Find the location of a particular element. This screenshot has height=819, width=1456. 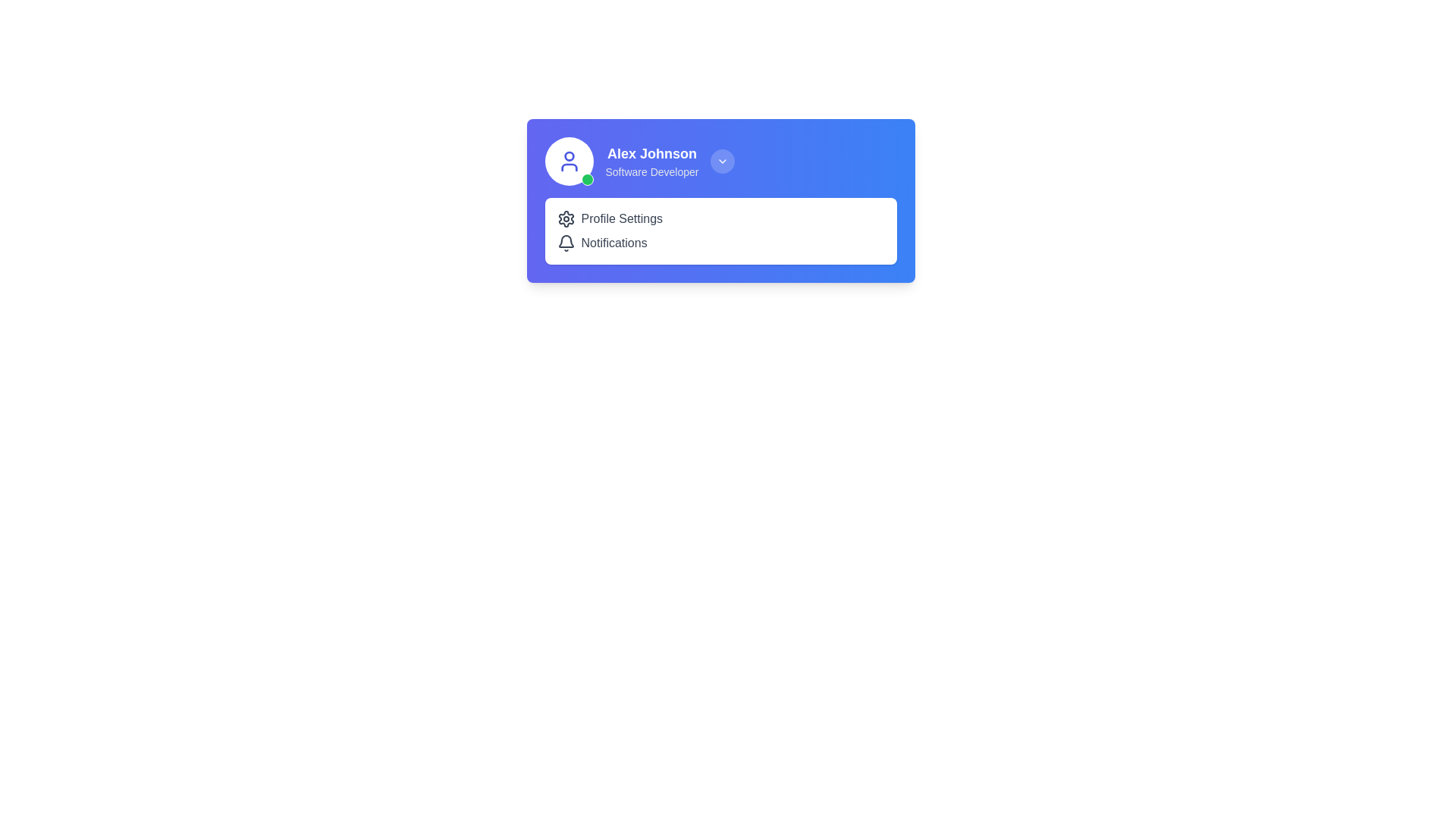

the text label displaying 'Software Developer', which is styled in a small gray font and positioned directly beneath the user name 'Alex Johnson' is located at coordinates (651, 171).